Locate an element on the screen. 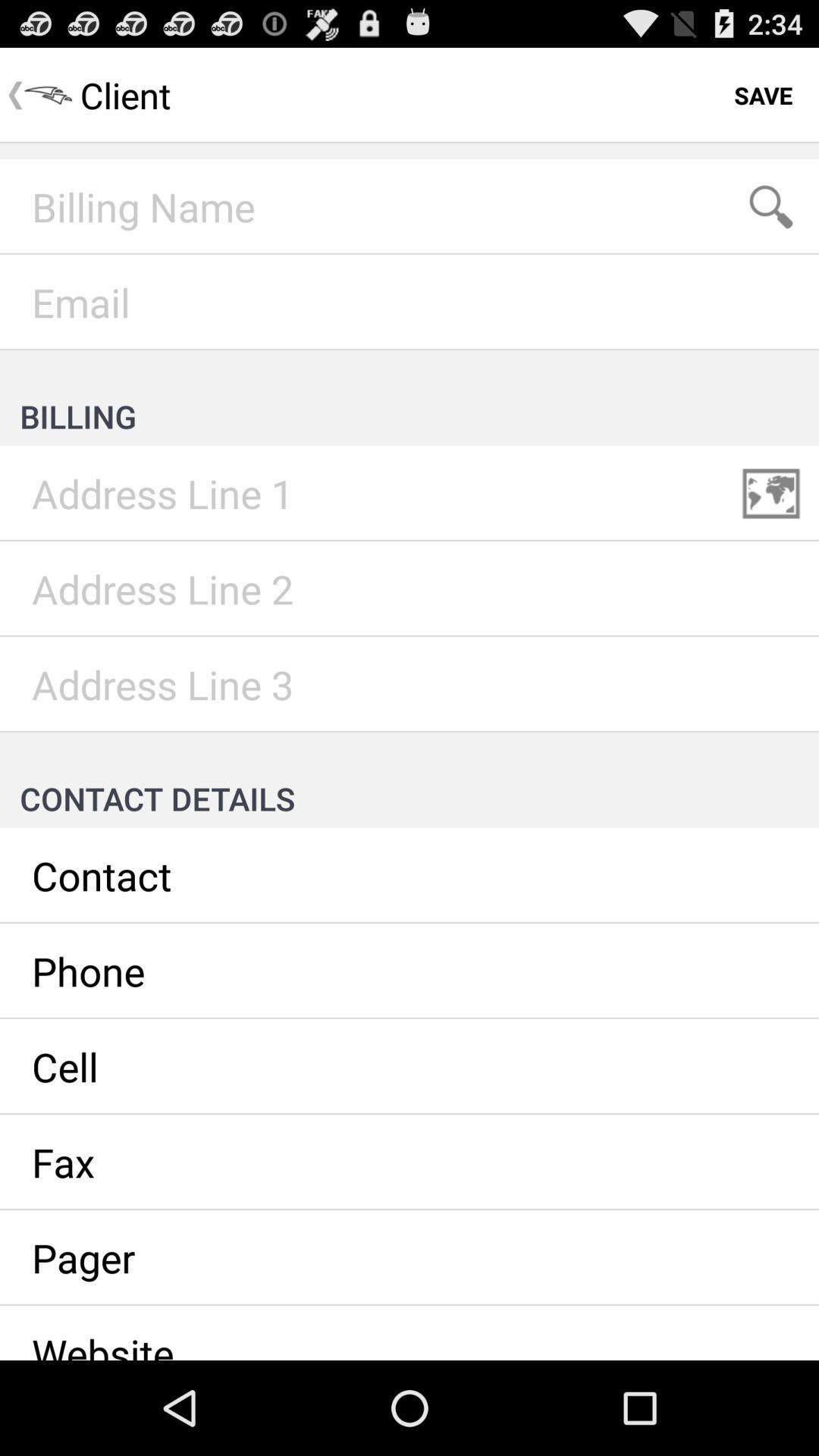 This screenshot has width=819, height=1456. opens a link to the contact details for cell phone is located at coordinates (409, 1065).